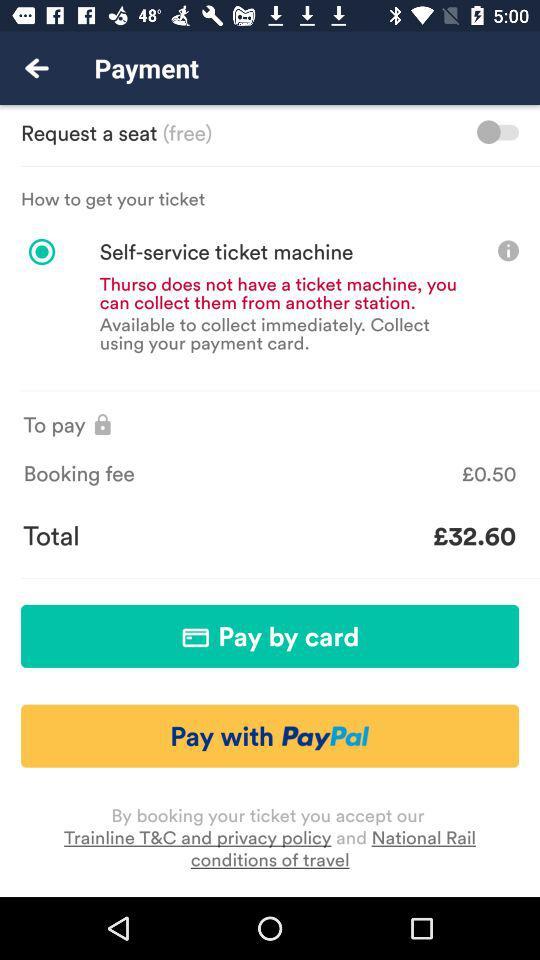  What do you see at coordinates (198, 251) in the screenshot?
I see `the item above the thurso does not` at bounding box center [198, 251].